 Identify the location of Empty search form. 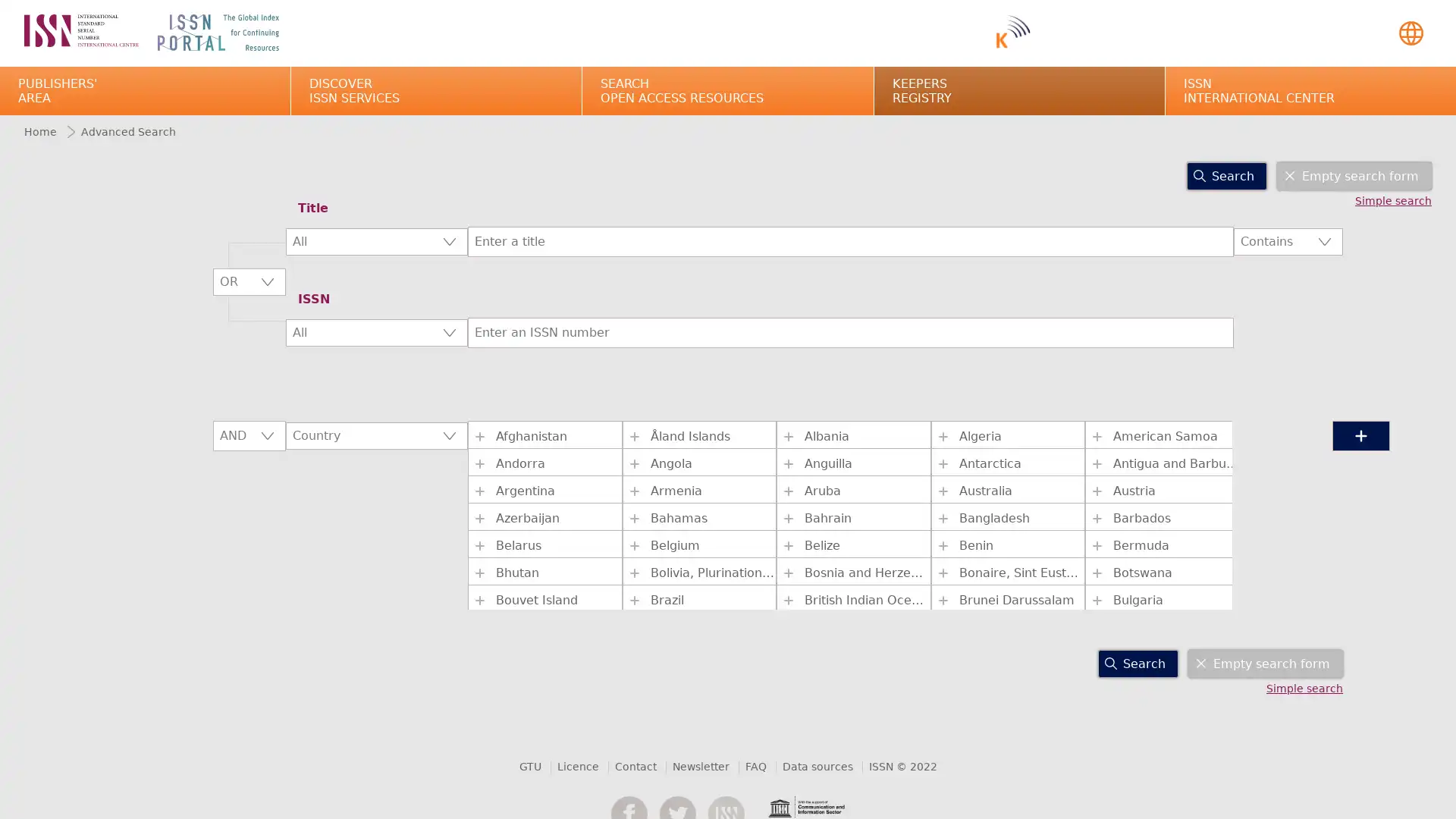
(1354, 174).